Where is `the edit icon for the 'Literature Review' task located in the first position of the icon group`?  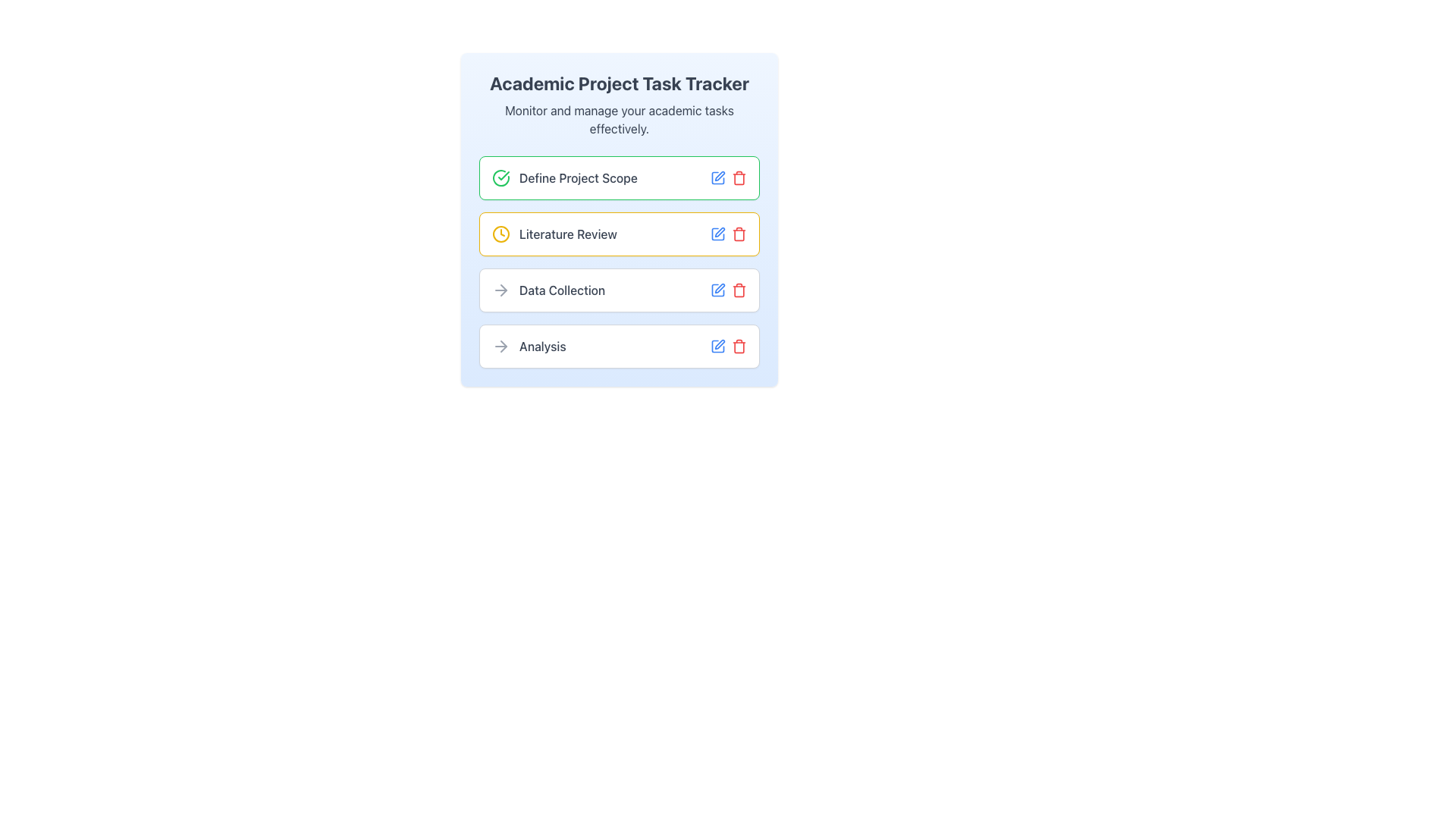
the edit icon for the 'Literature Review' task located in the first position of the icon group is located at coordinates (717, 234).